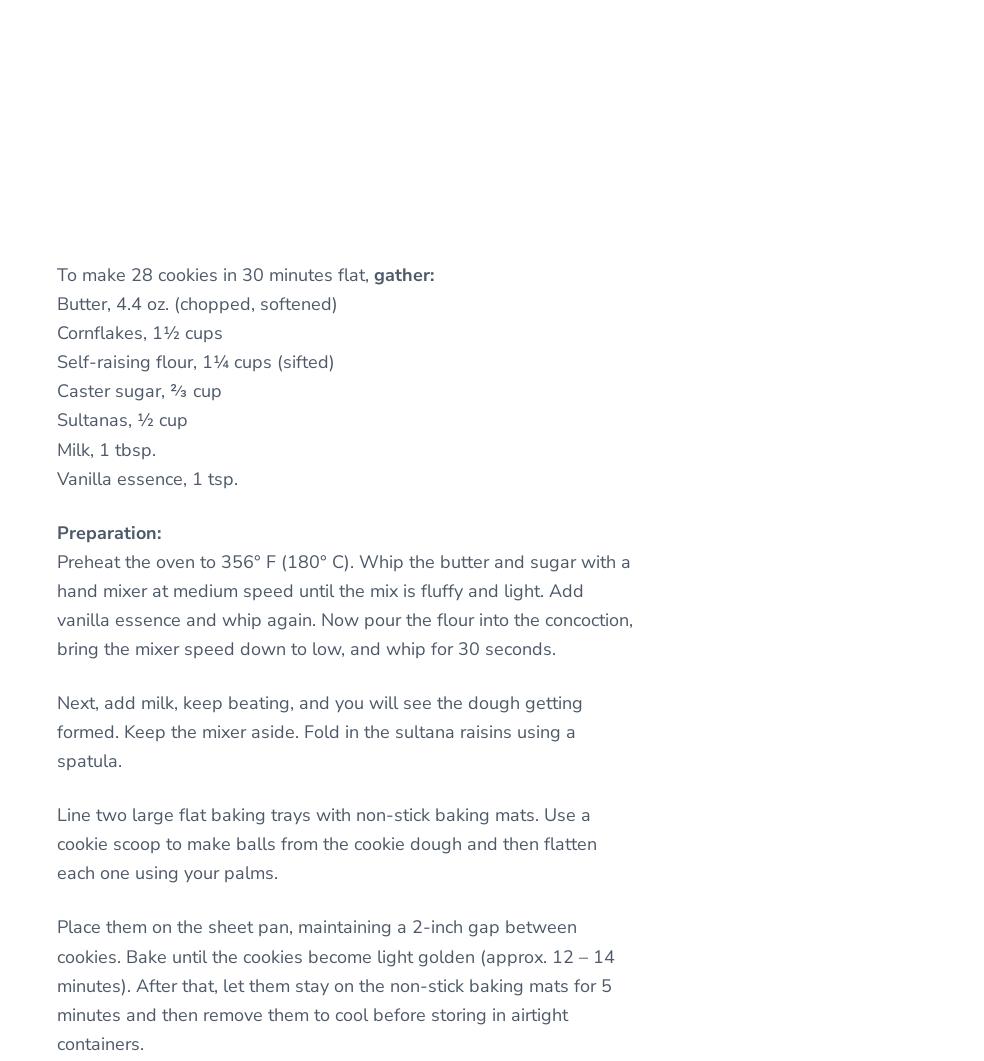 This screenshot has width=984, height=1061. I want to click on 'Milk, 1 tbsp.', so click(105, 449).